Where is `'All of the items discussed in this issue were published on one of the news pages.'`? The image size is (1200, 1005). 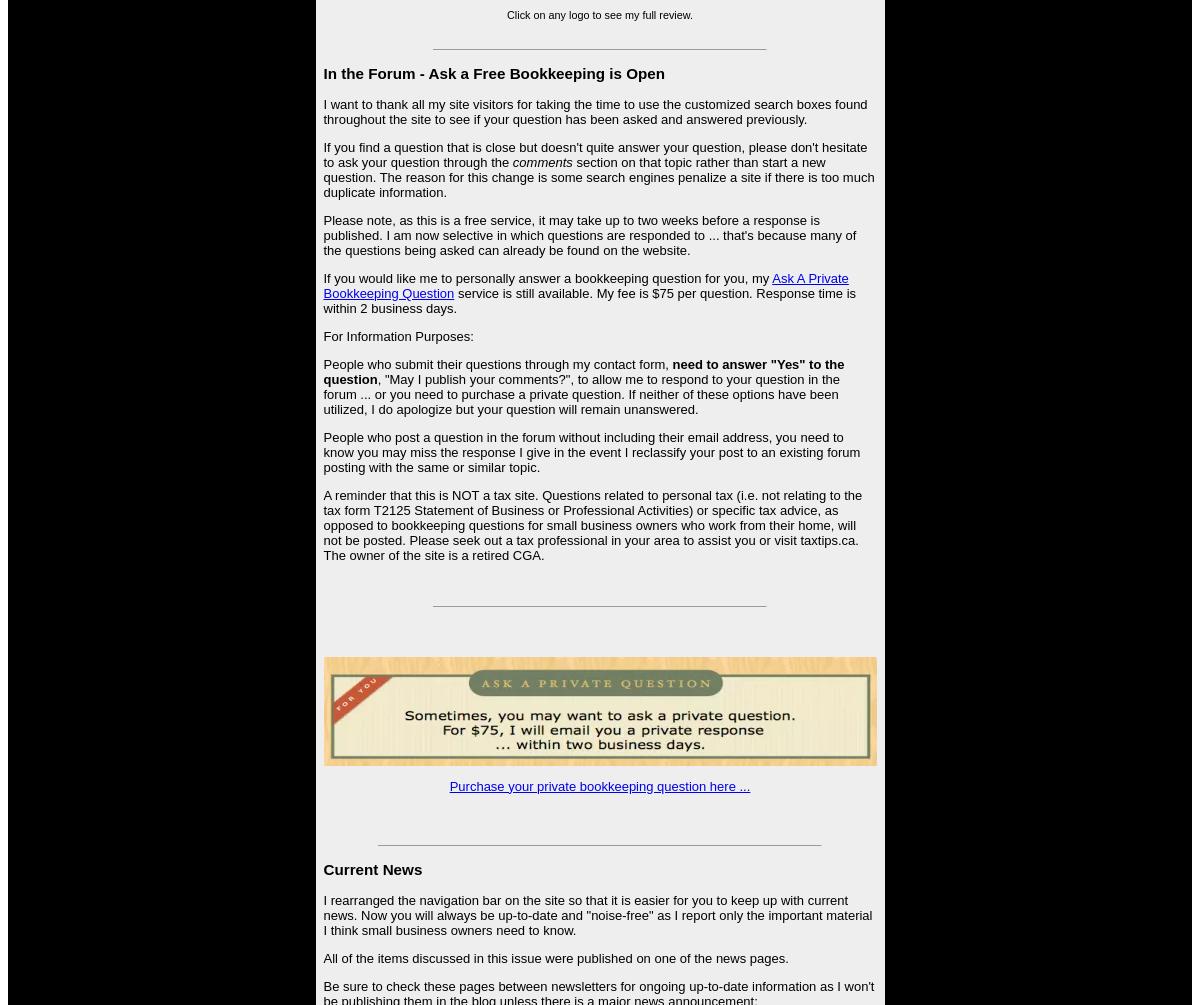
'All of the items discussed in this issue were published on one of the news pages.' is located at coordinates (554, 957).